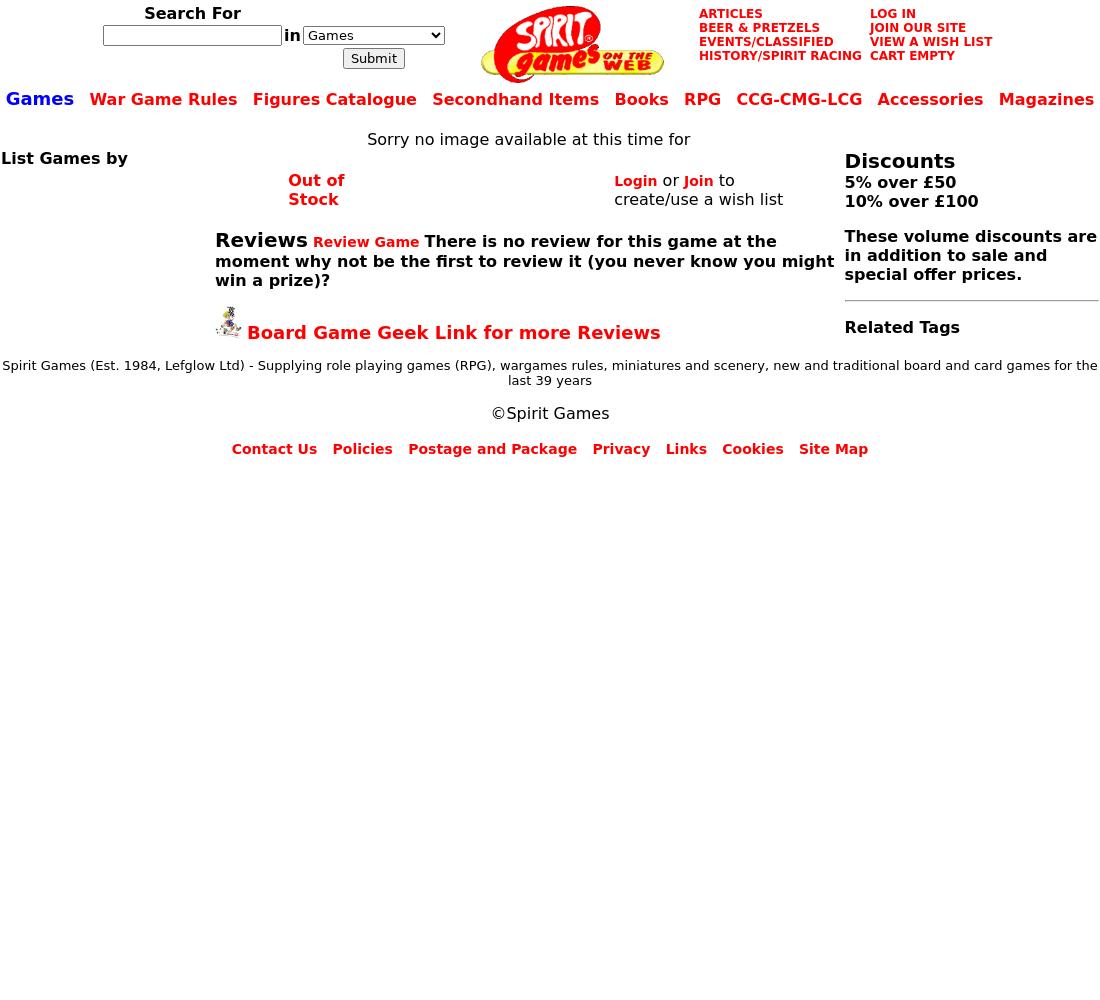 This screenshot has width=1100, height=1000. Describe the element at coordinates (930, 98) in the screenshot. I see `'Accessories'` at that location.